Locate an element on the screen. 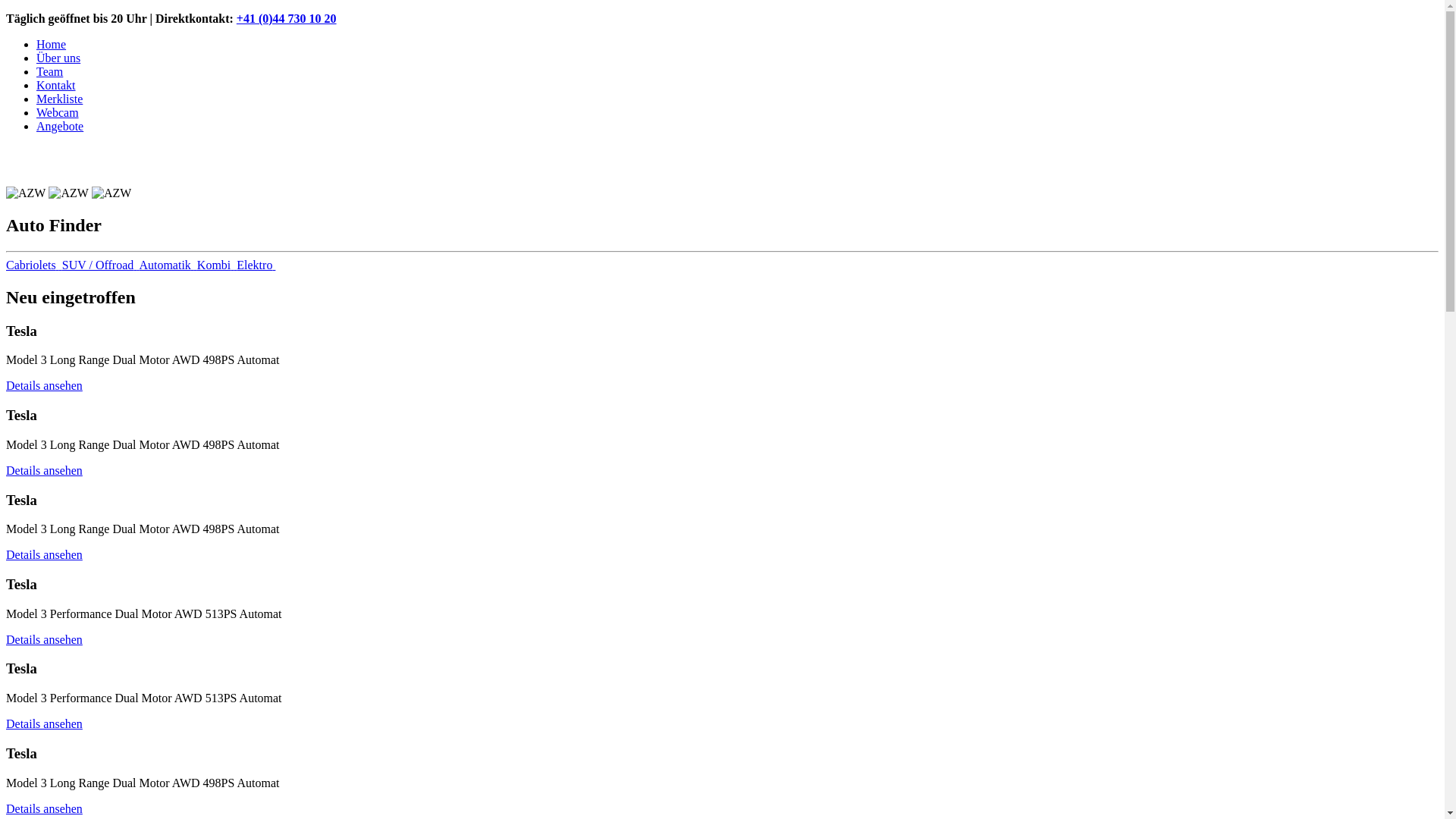 This screenshot has width=1456, height=819. 'Cabriolets' is located at coordinates (33, 264).